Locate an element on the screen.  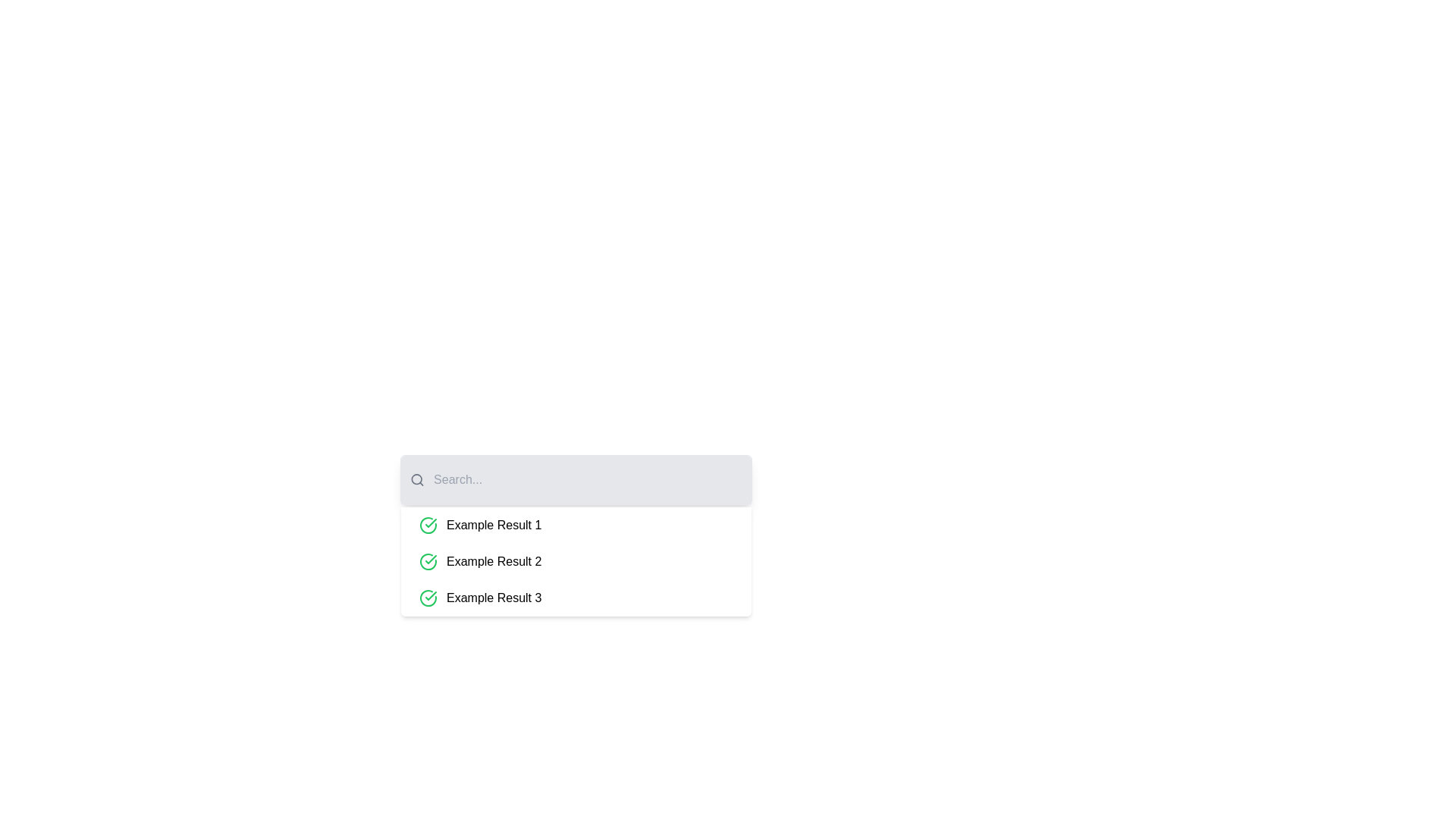
the second item in the list that represents 'Example Result 2' is located at coordinates (575, 561).